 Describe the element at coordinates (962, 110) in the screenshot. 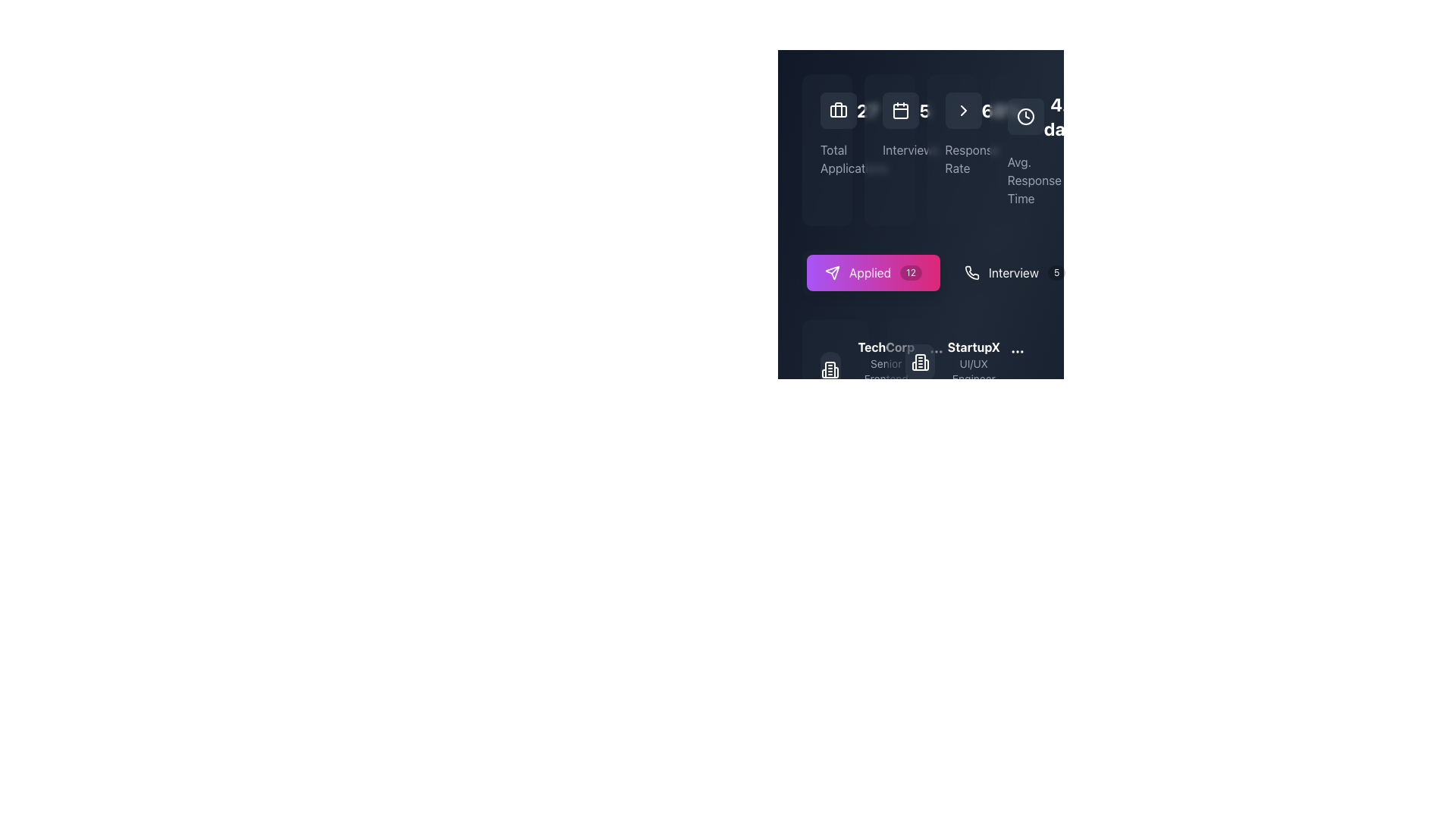

I see `the rightward-pointing chevron icon button, which is styled with a round stroke and is located within a dark rectangle on a horizontal toolbar` at that location.